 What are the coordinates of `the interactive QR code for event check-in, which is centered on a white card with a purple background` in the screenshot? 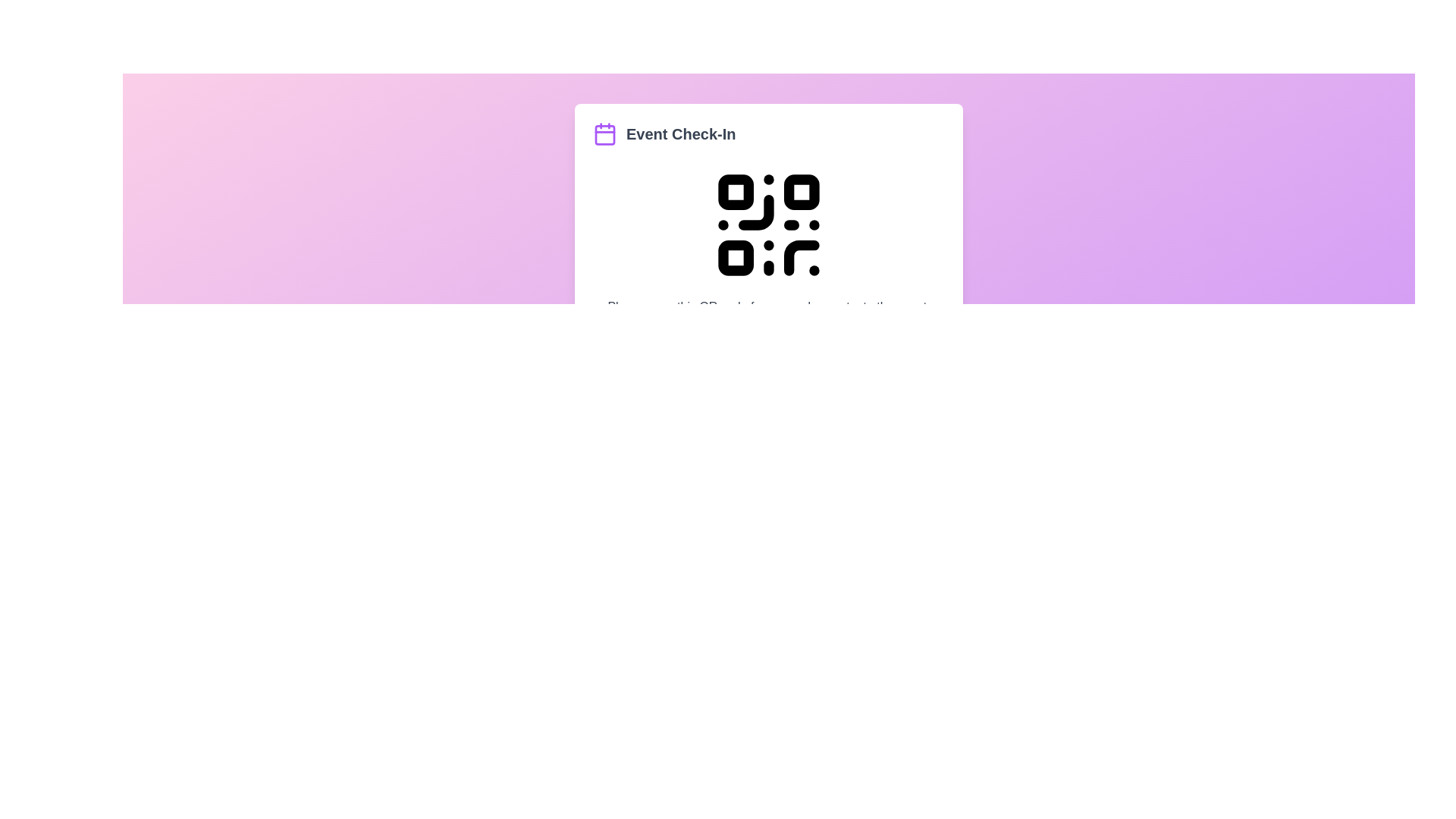 It's located at (768, 225).